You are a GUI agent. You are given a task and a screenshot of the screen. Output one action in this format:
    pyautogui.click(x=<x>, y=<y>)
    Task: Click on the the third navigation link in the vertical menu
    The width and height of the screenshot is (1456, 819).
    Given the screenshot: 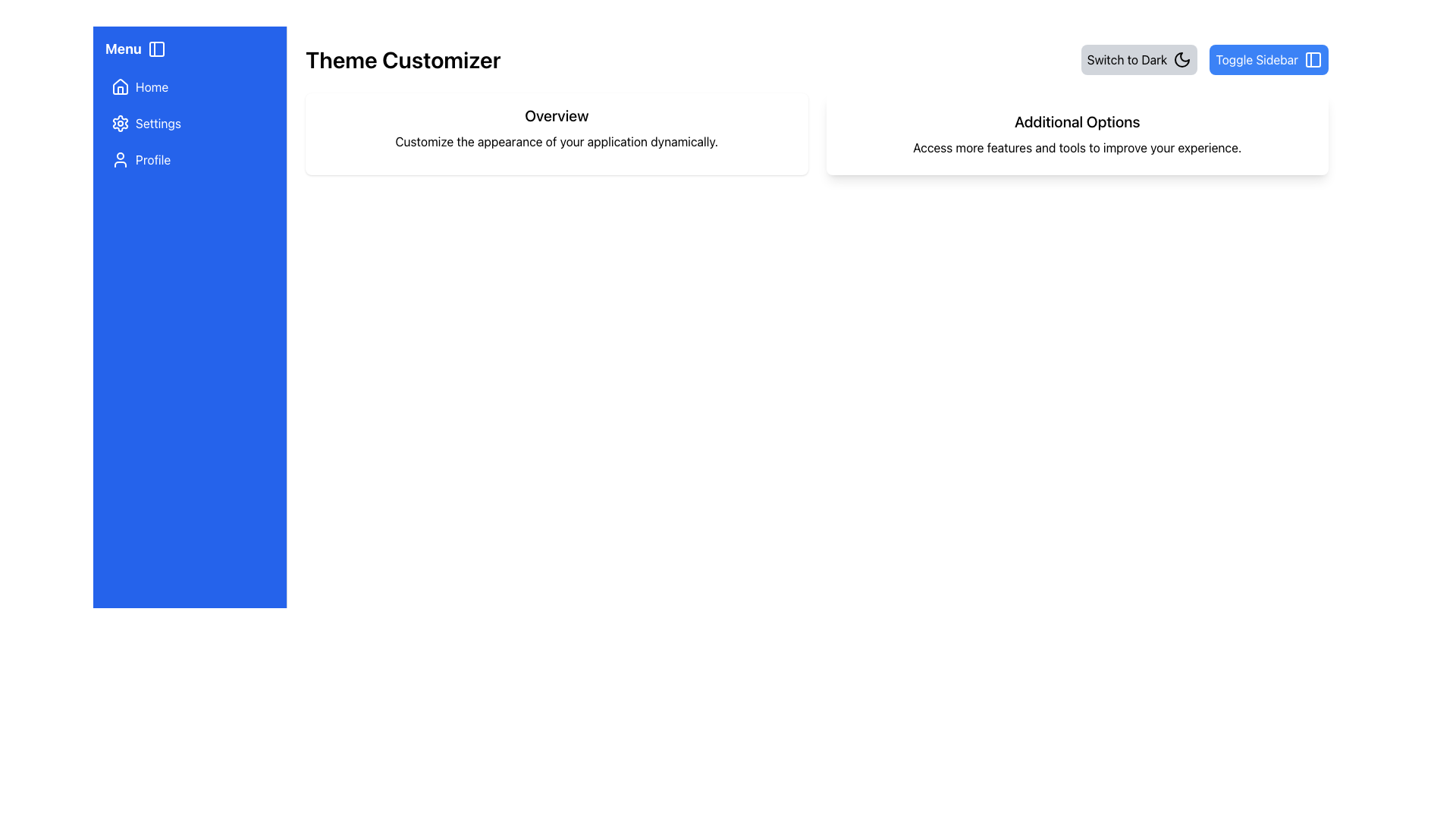 What is the action you would take?
    pyautogui.click(x=189, y=160)
    